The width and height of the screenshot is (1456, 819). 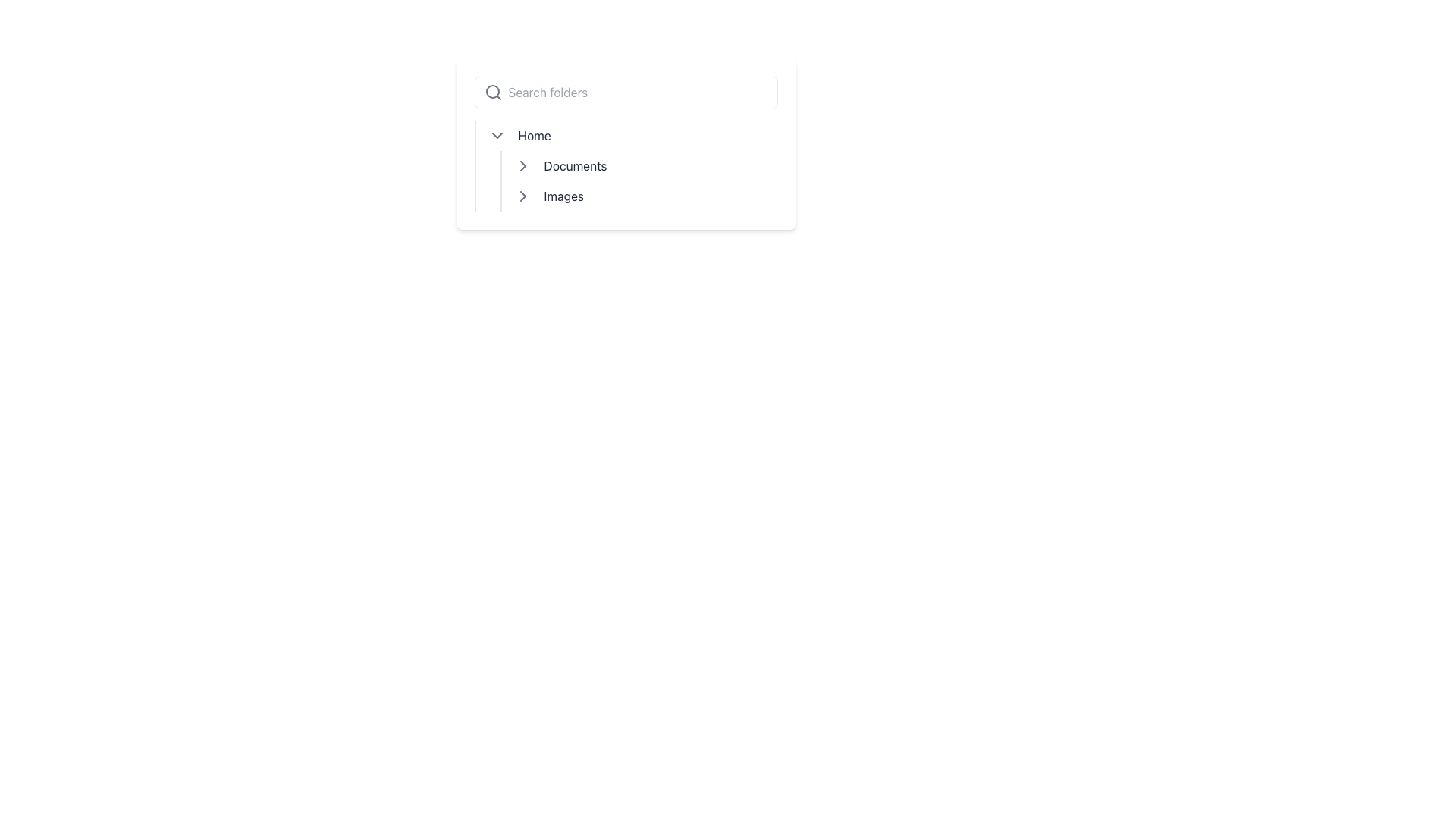 I want to click on the chevron button located to the left of the 'Images' section, so click(x=522, y=195).